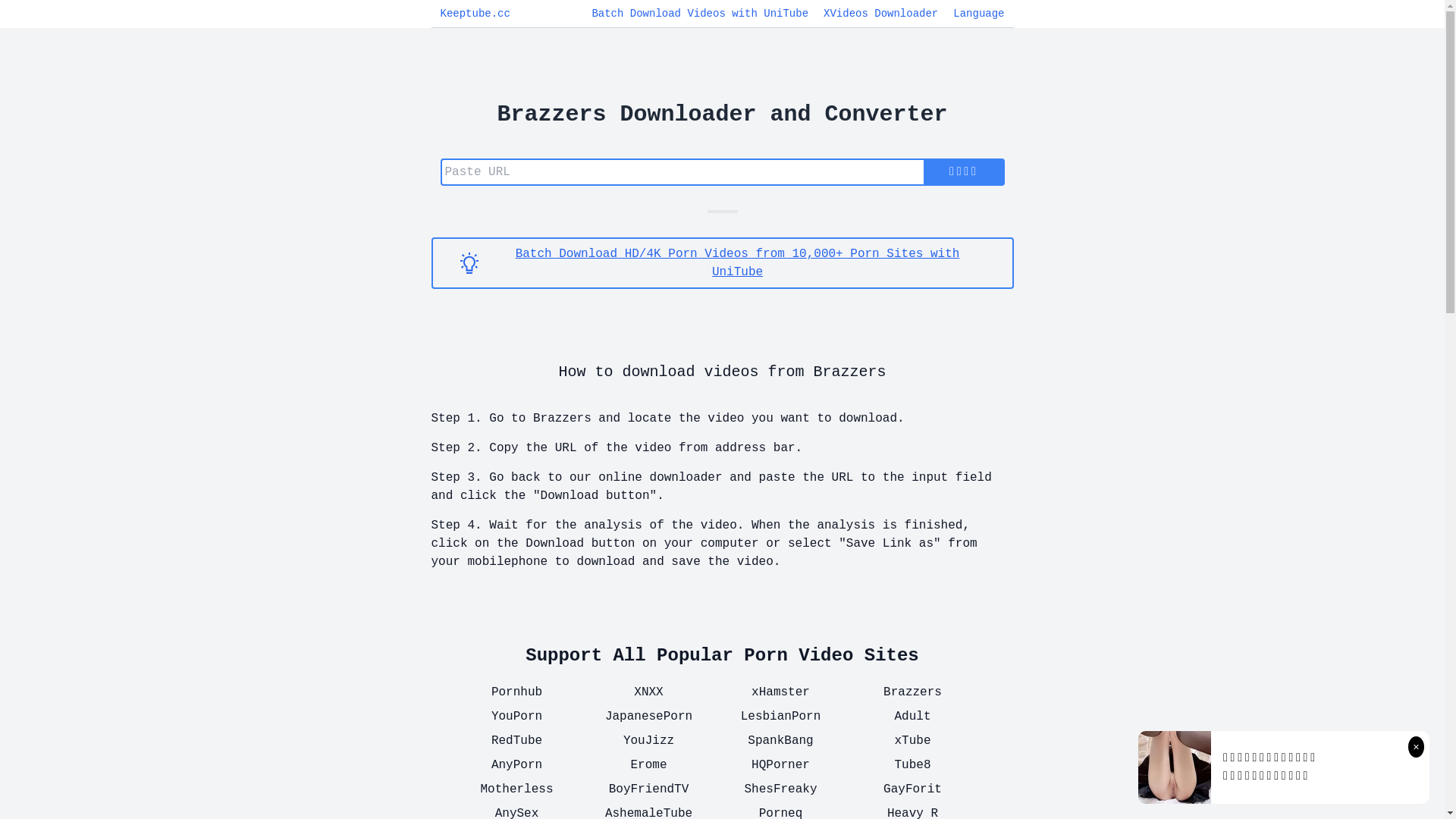  I want to click on 'Brazzers', so click(912, 692).